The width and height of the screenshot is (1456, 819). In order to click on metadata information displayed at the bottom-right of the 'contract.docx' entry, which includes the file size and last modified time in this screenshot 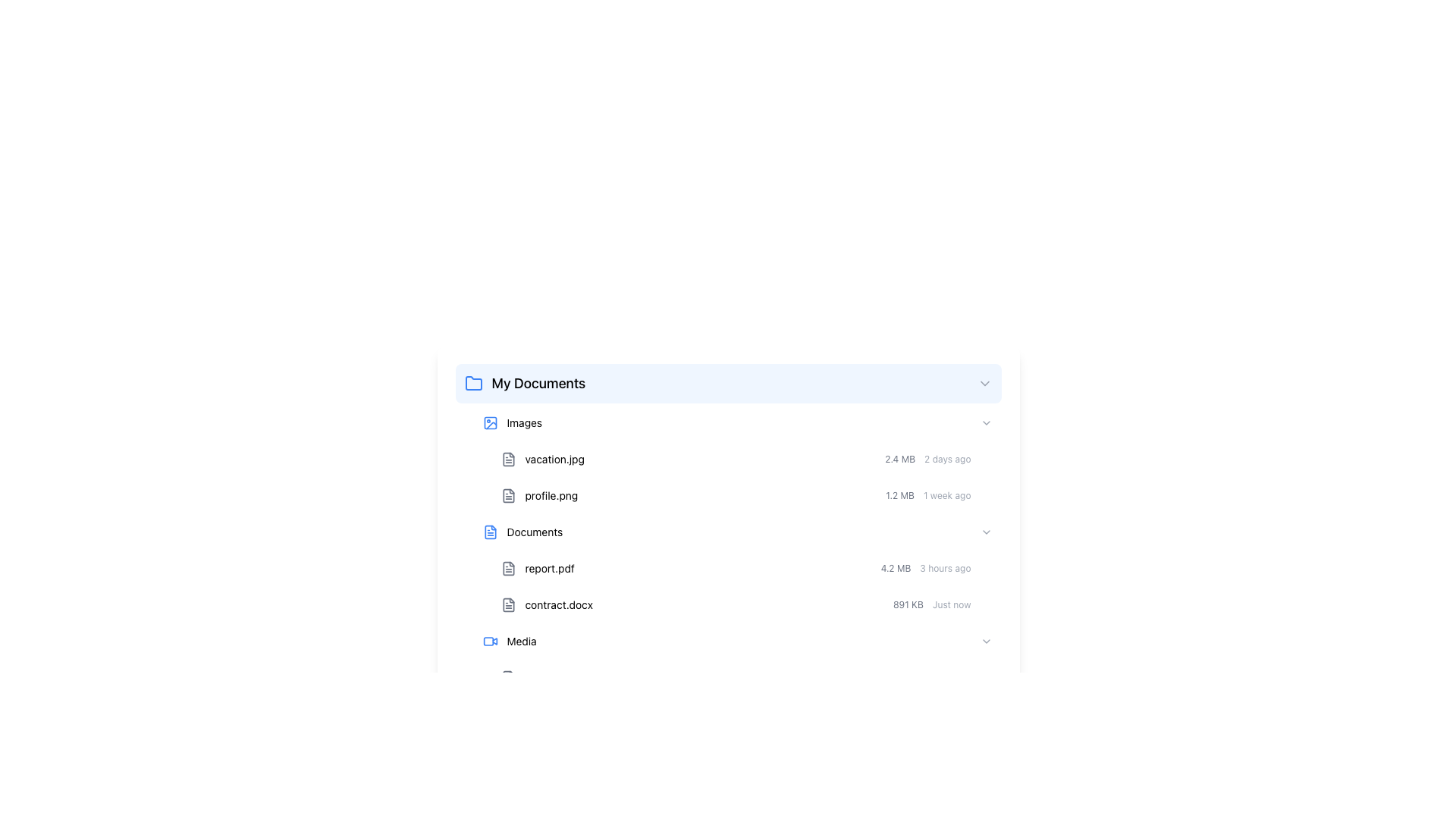, I will do `click(942, 604)`.